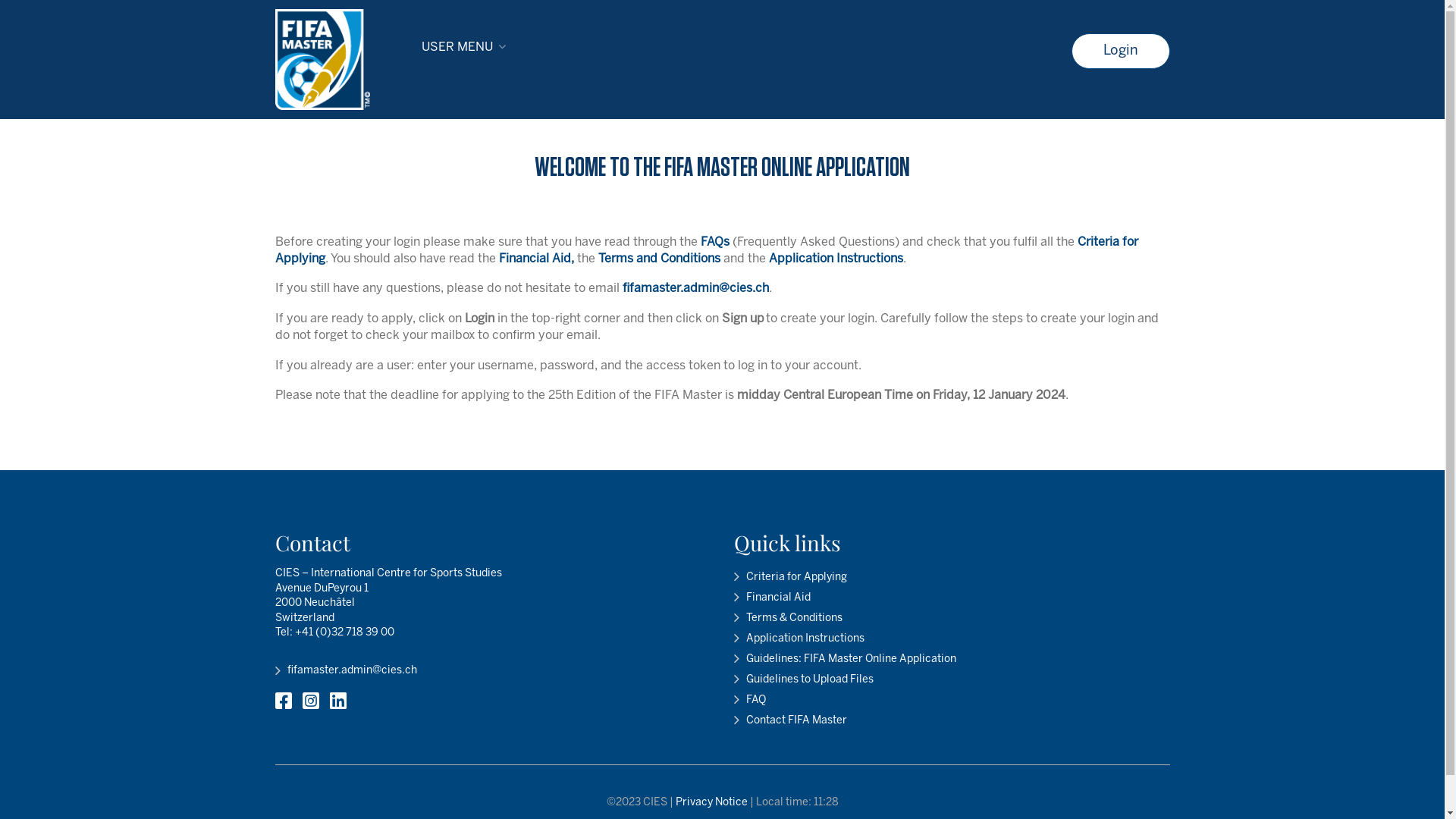 This screenshot has height=819, width=1456. What do you see at coordinates (660, 258) in the screenshot?
I see `'Terms and Conditions'` at bounding box center [660, 258].